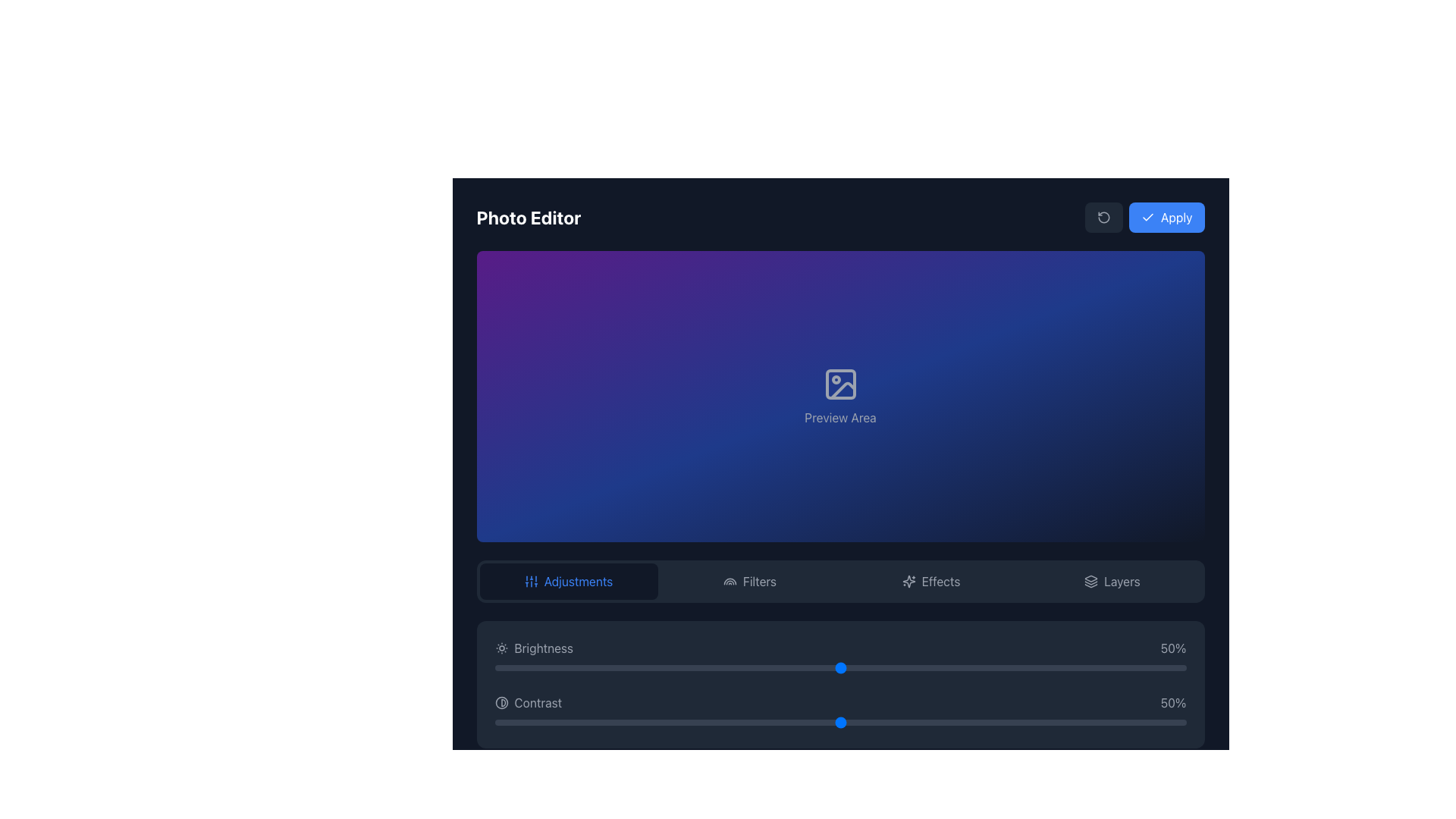 The height and width of the screenshot is (819, 1456). Describe the element at coordinates (749, 581) in the screenshot. I see `the 'Filters' button located` at that location.